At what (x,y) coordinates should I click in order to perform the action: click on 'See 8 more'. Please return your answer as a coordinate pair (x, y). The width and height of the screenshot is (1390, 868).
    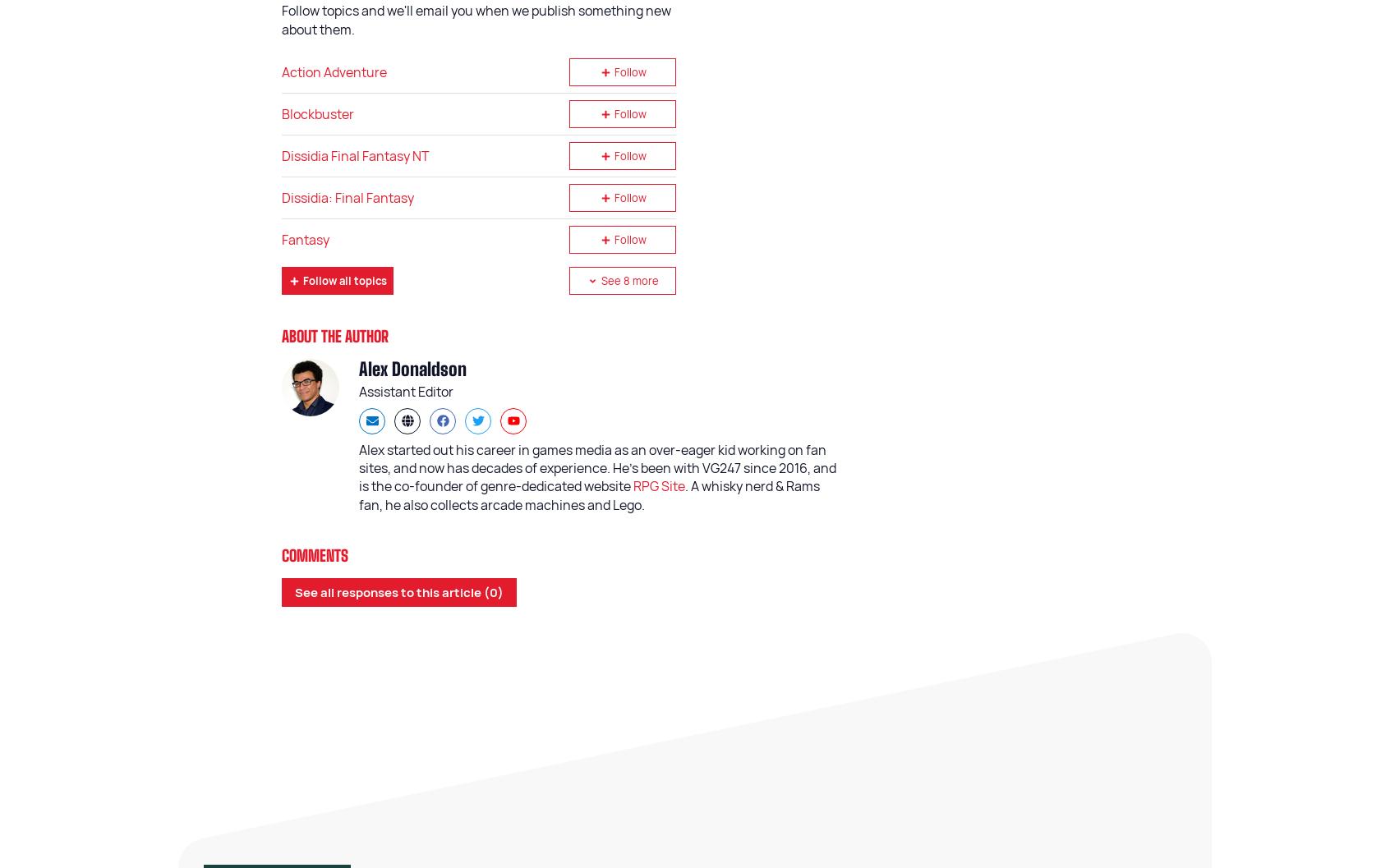
    Looking at the image, I should click on (628, 279).